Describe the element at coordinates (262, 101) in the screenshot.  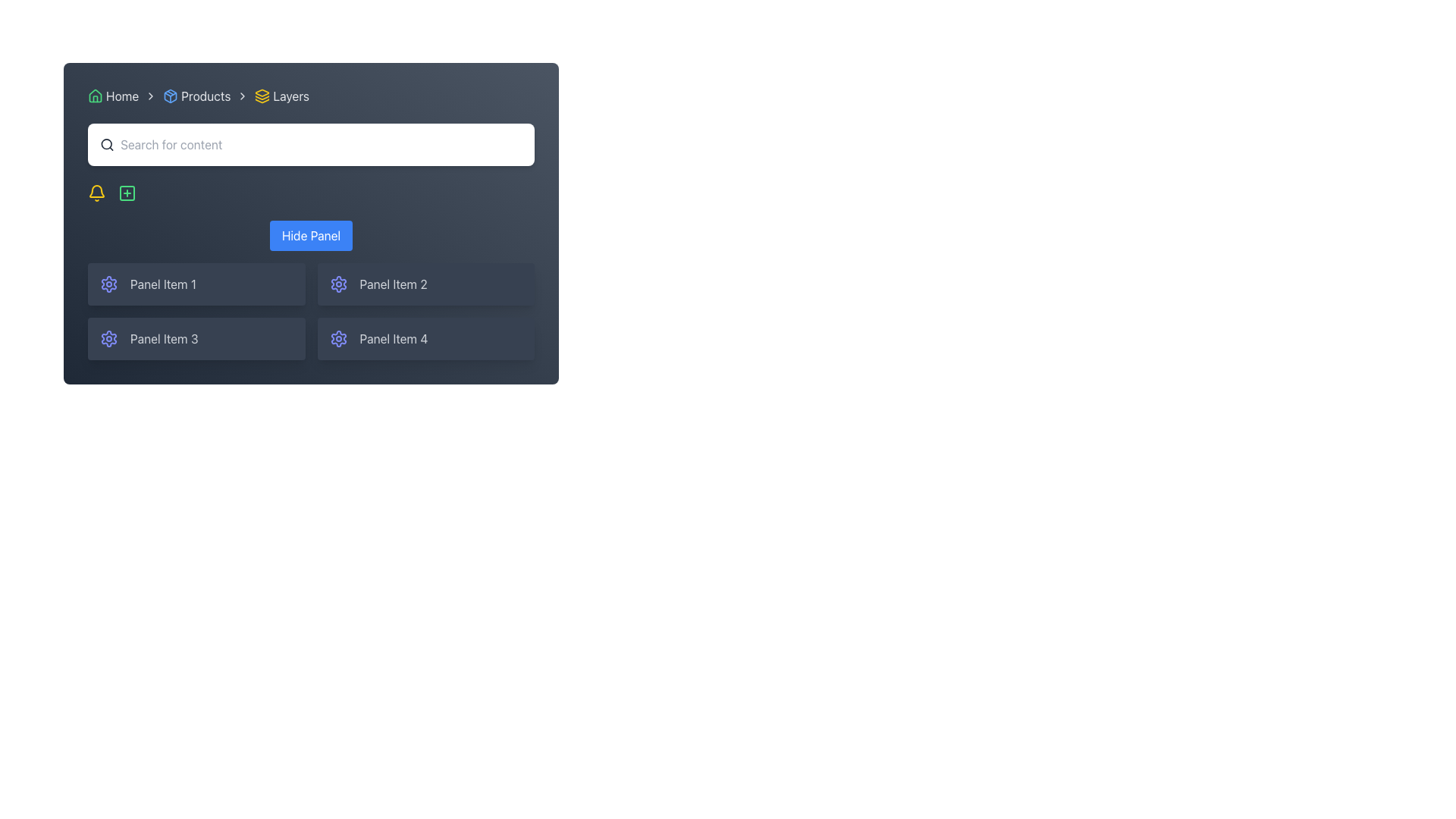
I see `the decorative graphic element that visually represents a layer in a stack, located at the bottom of a stack of three icons within a layered icon group` at that location.